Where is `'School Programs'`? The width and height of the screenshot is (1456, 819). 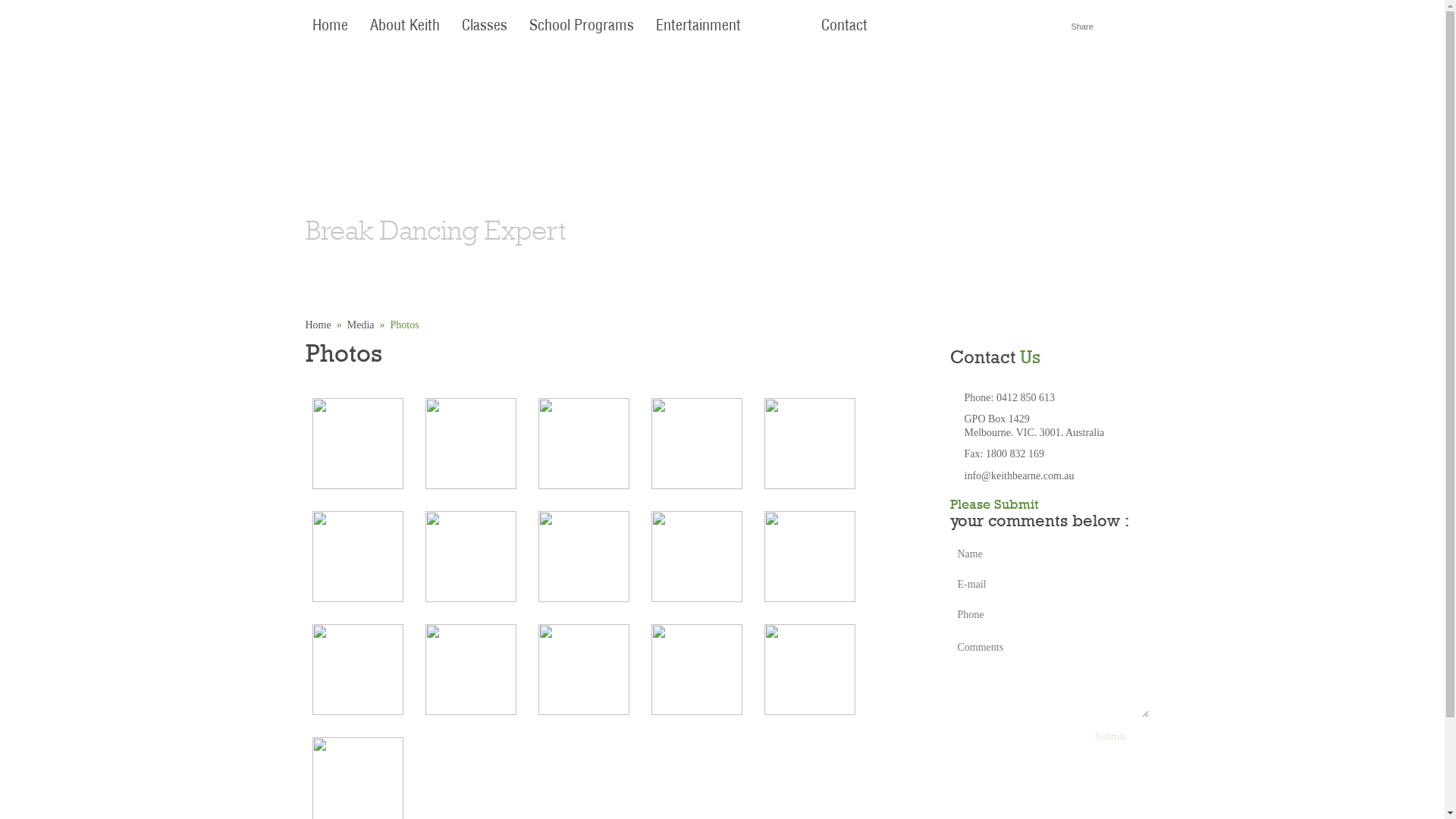 'School Programs' is located at coordinates (580, 26).